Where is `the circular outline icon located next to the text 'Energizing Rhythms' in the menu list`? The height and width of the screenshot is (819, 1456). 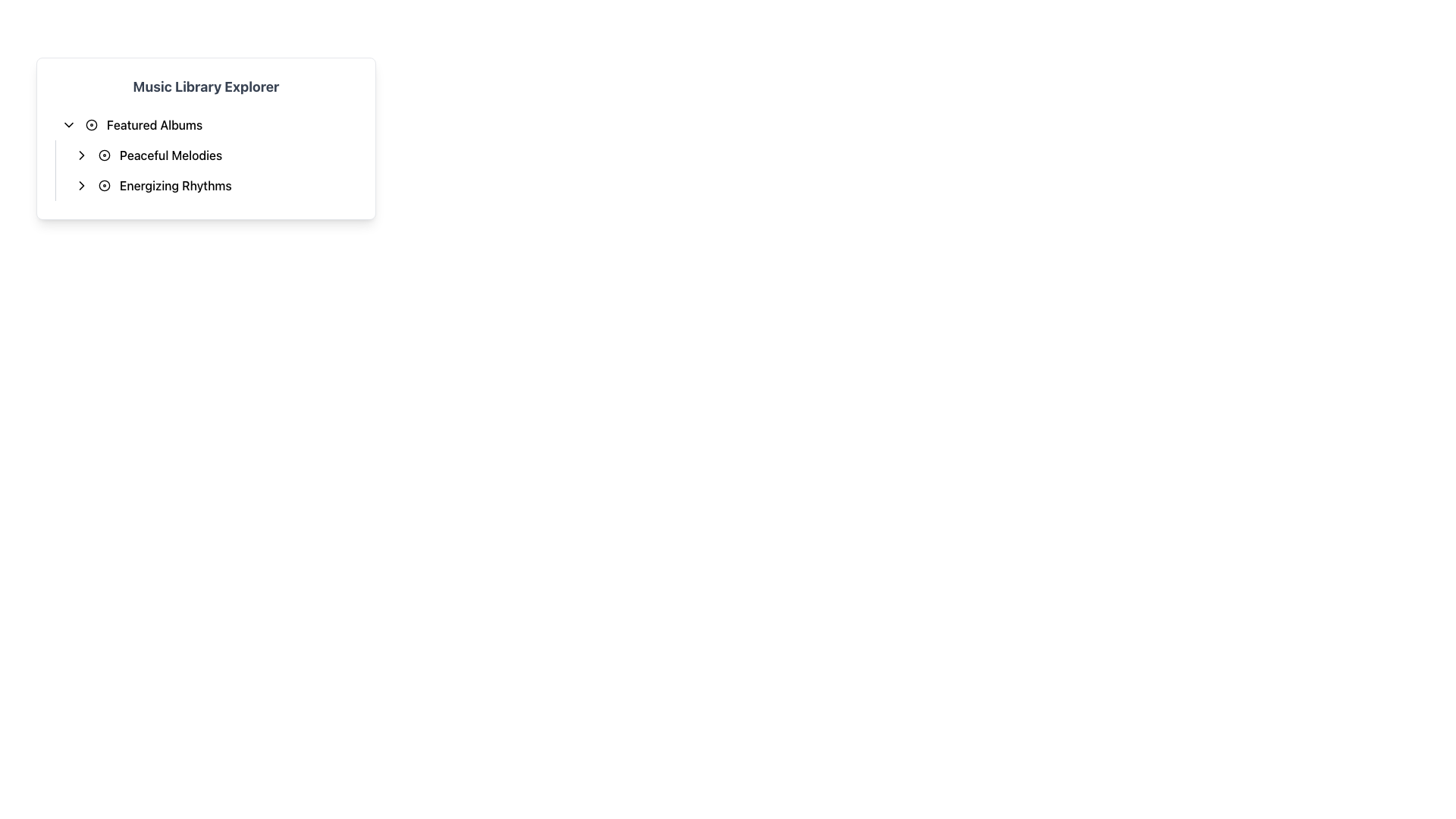
the circular outline icon located next to the text 'Energizing Rhythms' in the menu list is located at coordinates (104, 185).